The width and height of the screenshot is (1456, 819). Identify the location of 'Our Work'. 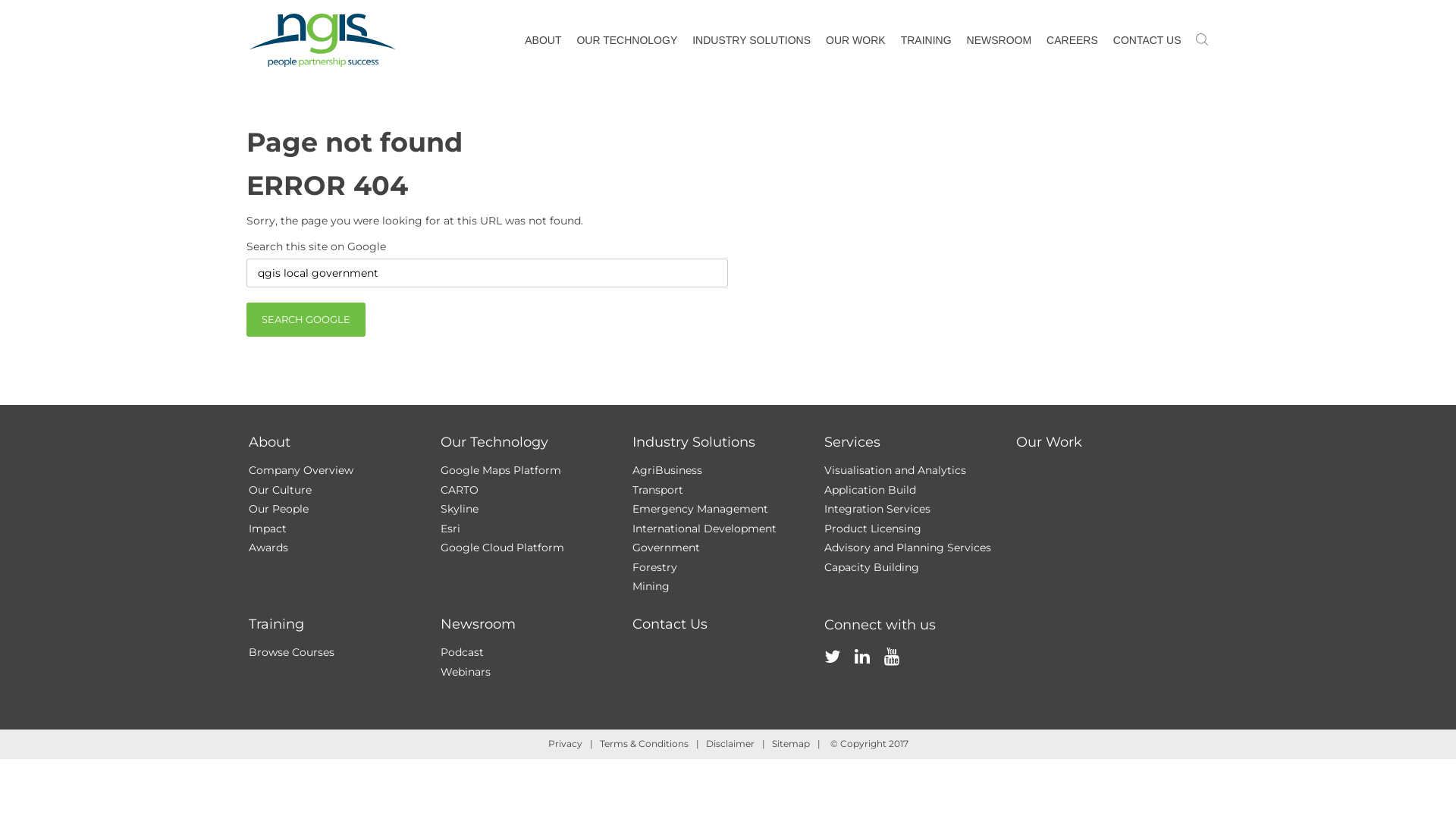
(1048, 441).